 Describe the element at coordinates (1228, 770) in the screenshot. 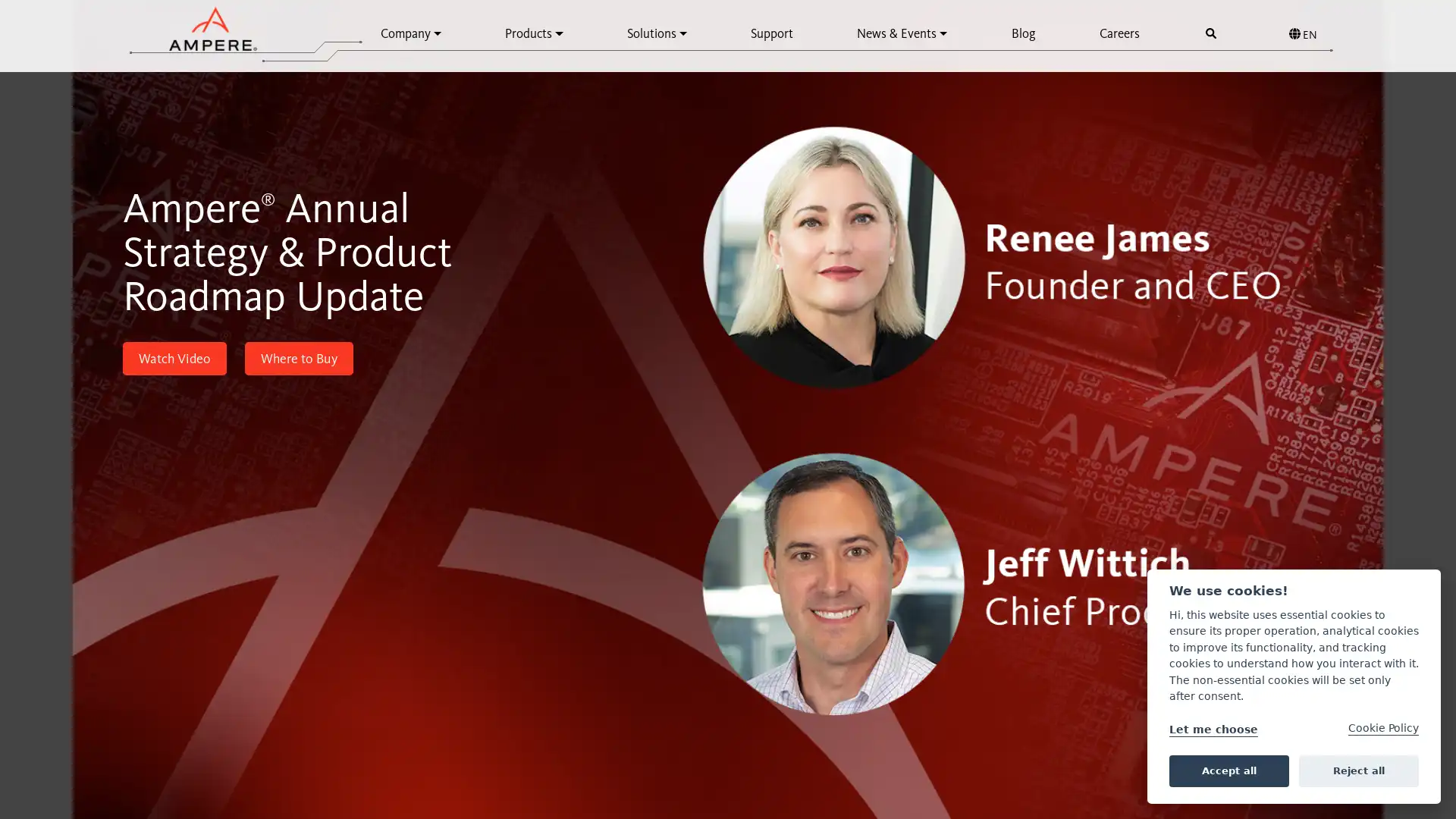

I see `Accept all` at that location.